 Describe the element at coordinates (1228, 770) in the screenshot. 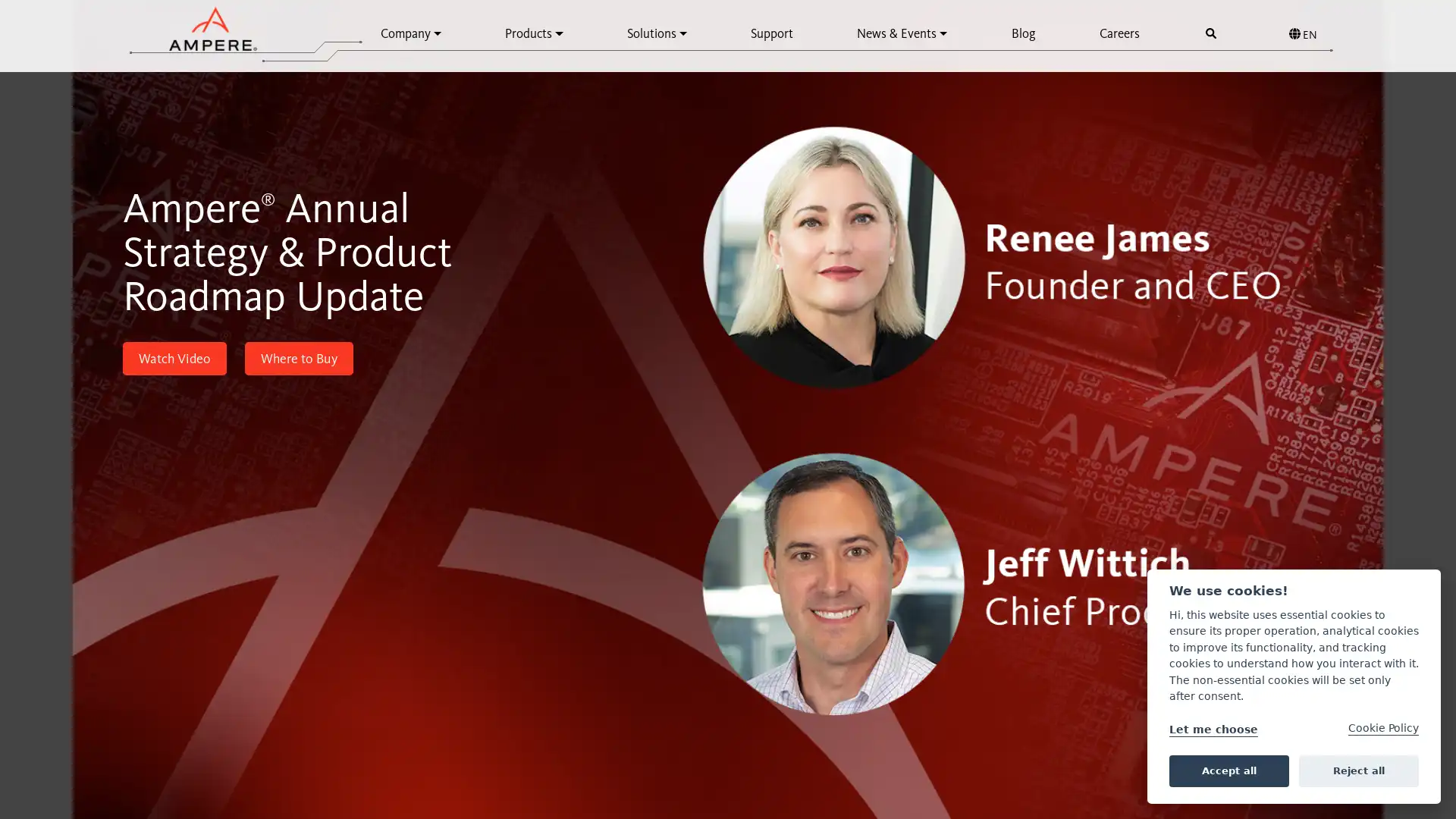

I see `Accept all` at that location.